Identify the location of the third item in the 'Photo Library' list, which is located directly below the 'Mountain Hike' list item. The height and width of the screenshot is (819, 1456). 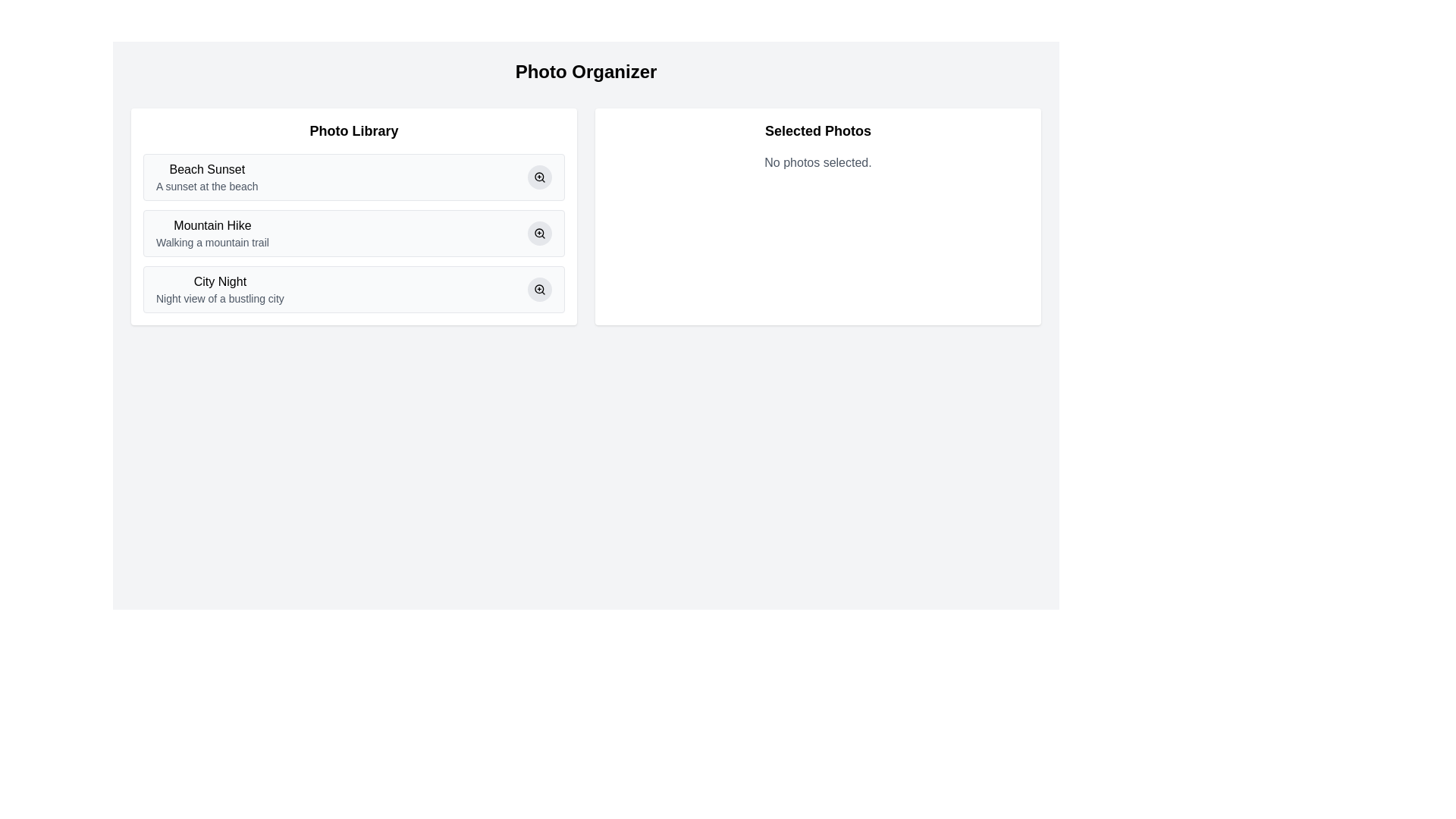
(353, 289).